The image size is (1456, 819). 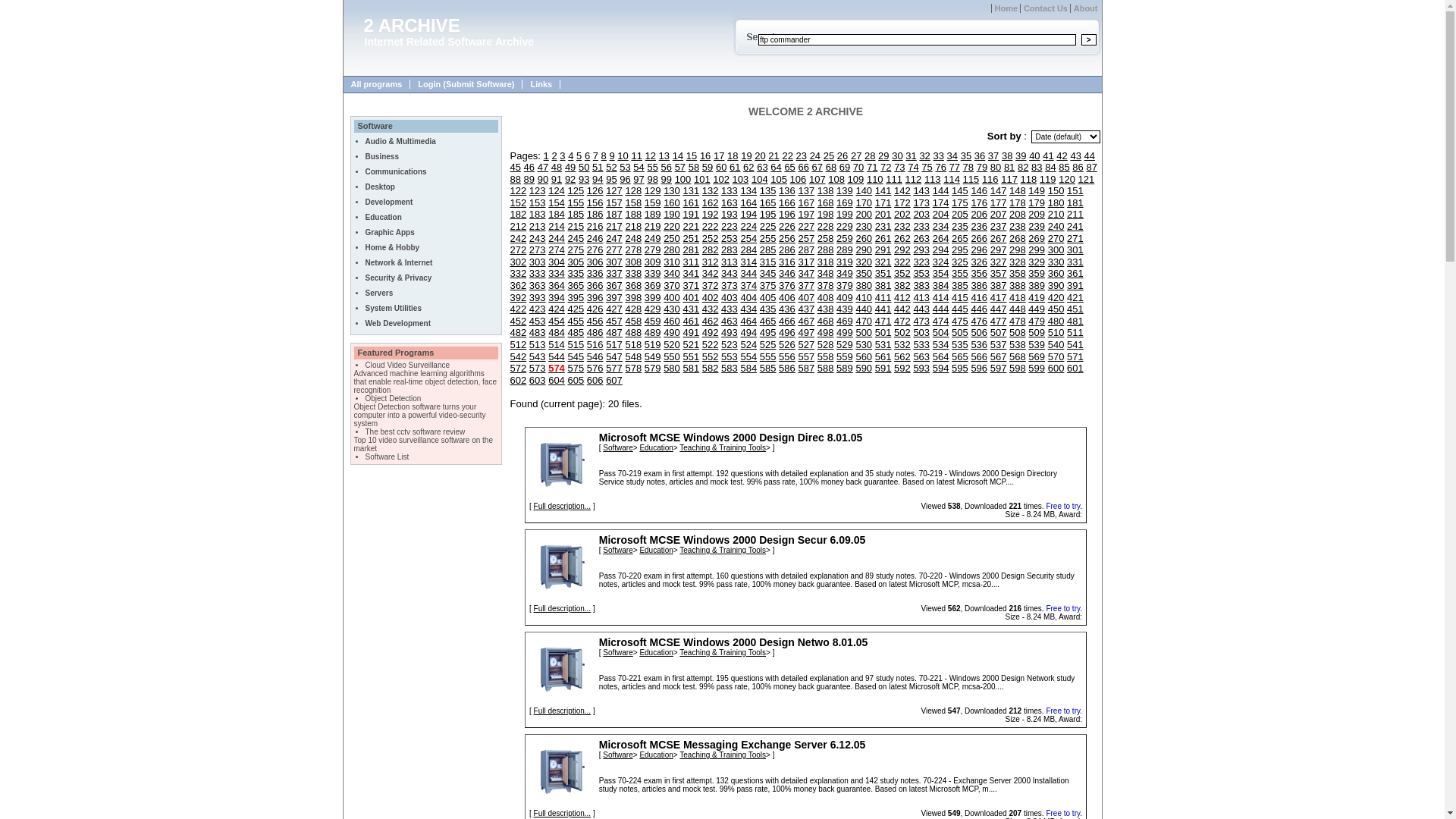 What do you see at coordinates (514, 178) in the screenshot?
I see `'88'` at bounding box center [514, 178].